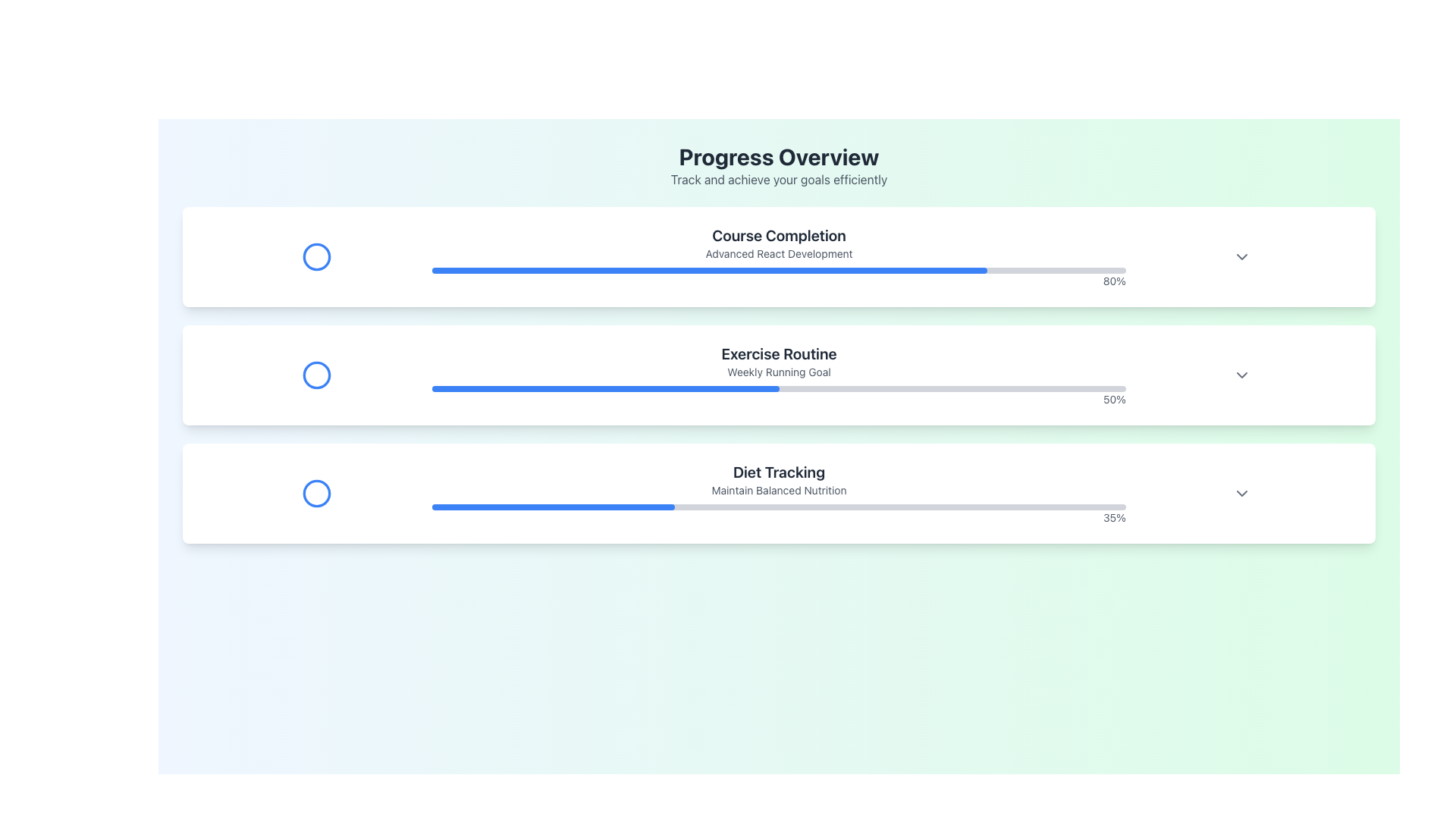  Describe the element at coordinates (779, 399) in the screenshot. I see `the right-aligned text label displaying '50%' within the progress bar in the 'Exercise Routine' section` at that location.